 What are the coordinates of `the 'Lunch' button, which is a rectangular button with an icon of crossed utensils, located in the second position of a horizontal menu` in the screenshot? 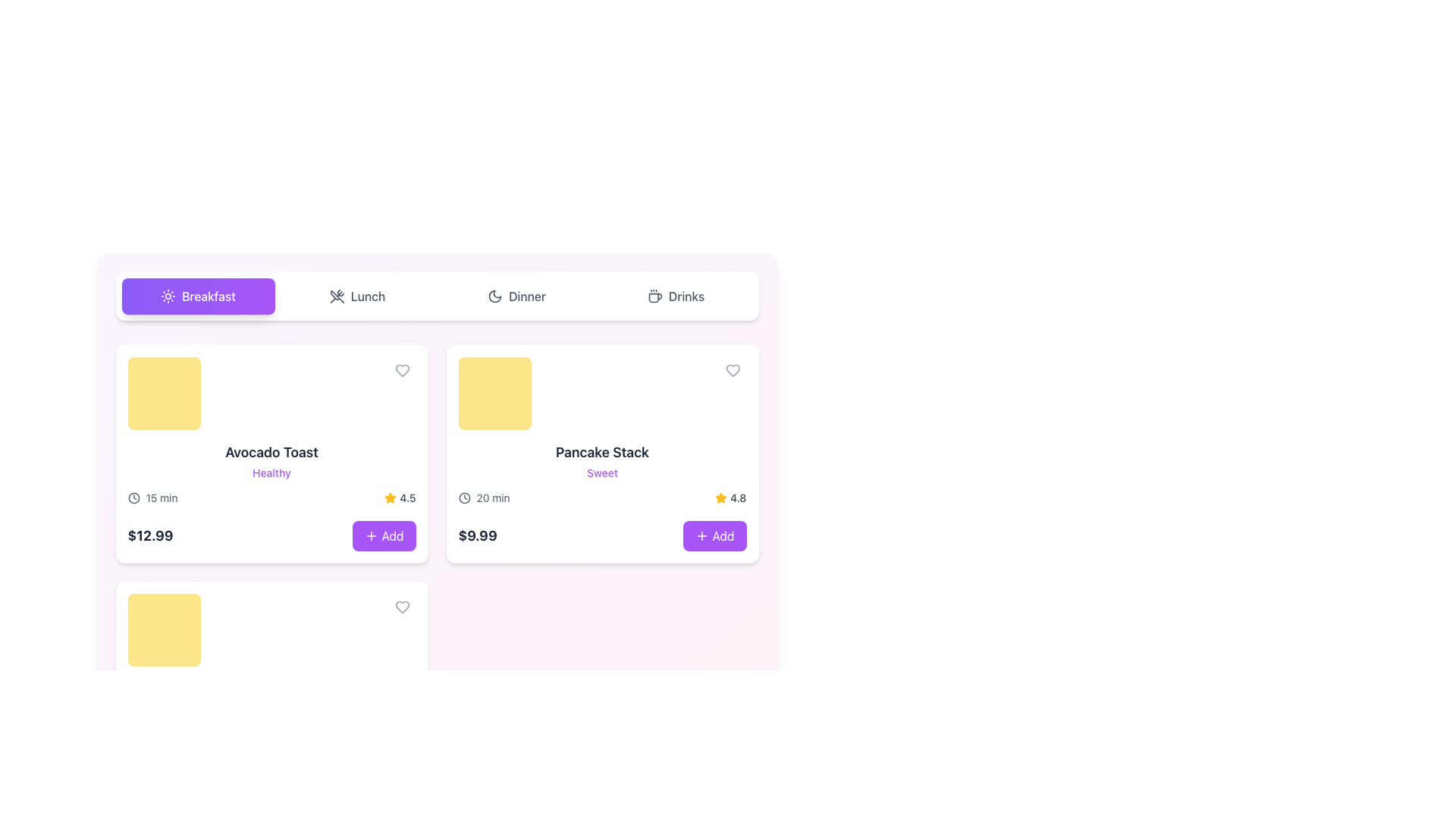 It's located at (356, 296).